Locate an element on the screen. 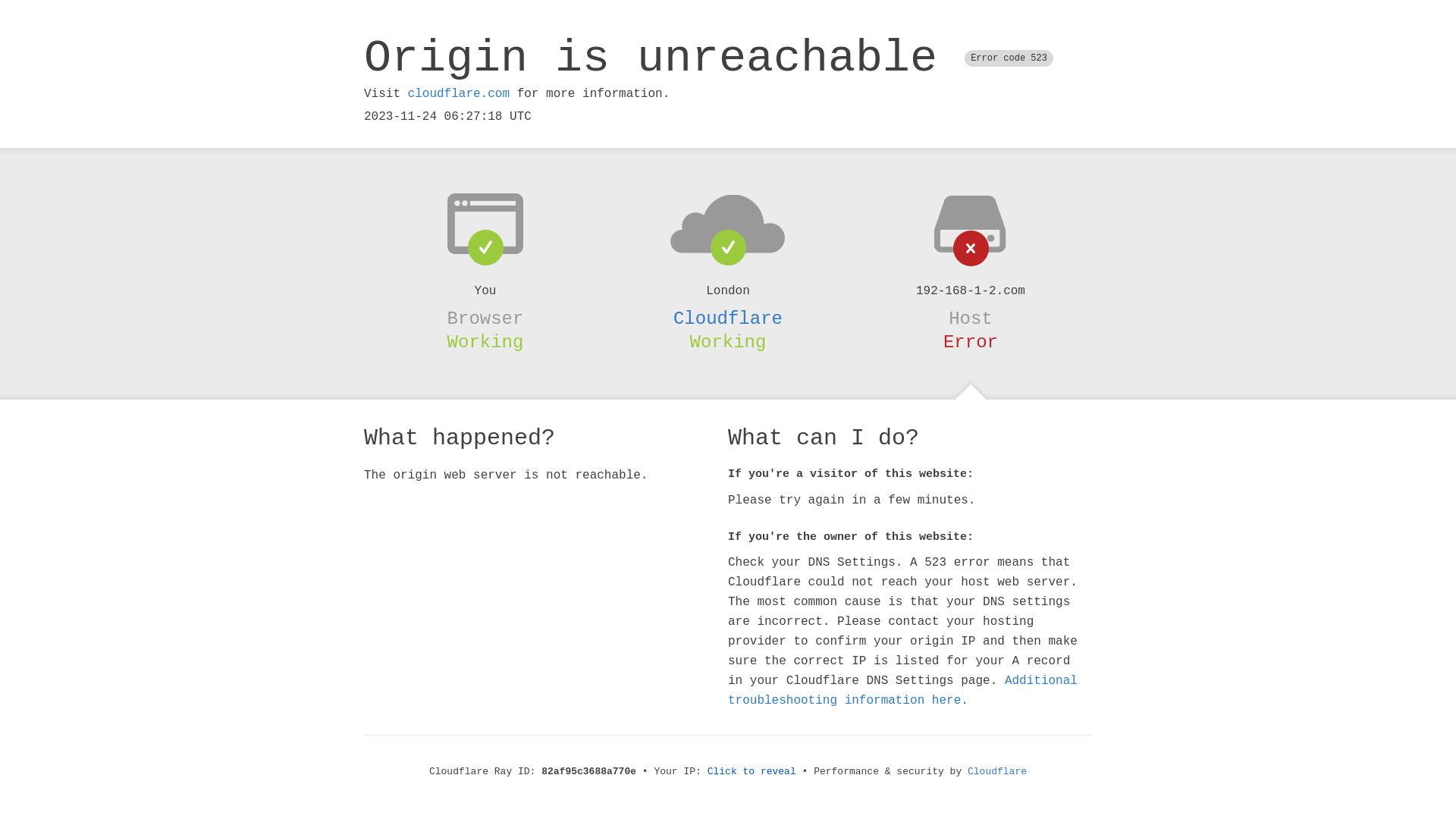  'Cloudflare' is located at coordinates (967, 771).